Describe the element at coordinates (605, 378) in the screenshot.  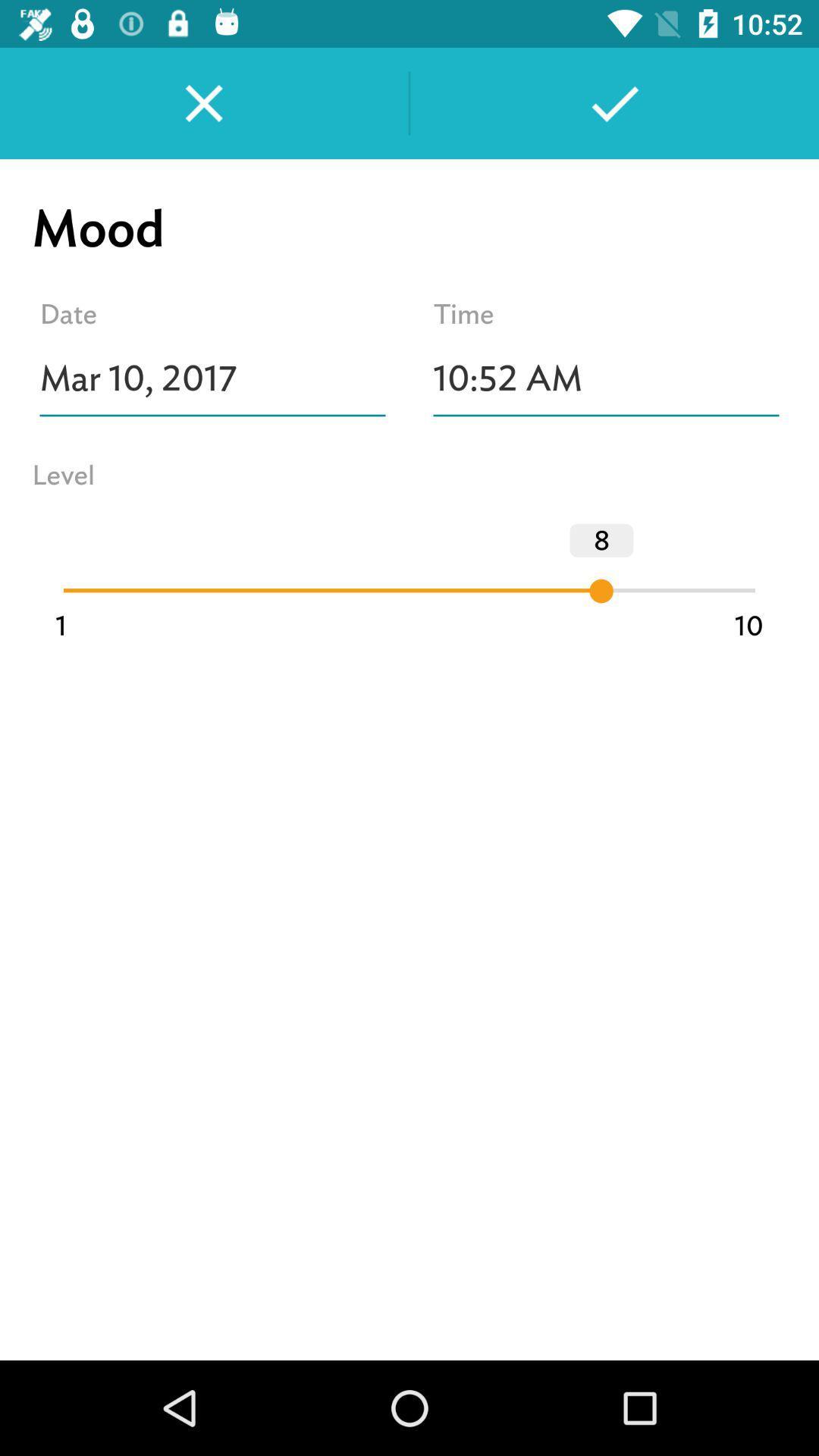
I see `10:52 am` at that location.